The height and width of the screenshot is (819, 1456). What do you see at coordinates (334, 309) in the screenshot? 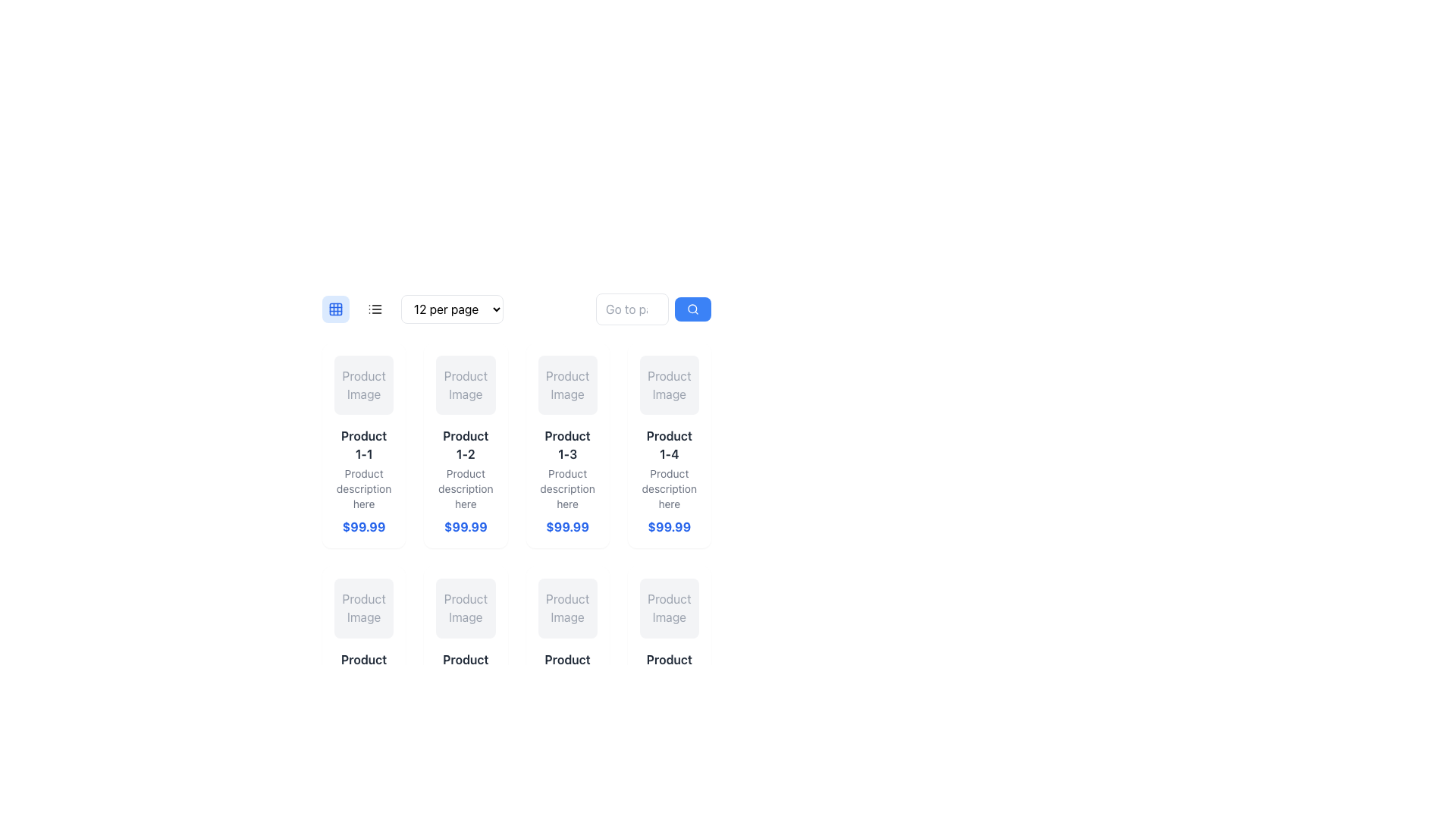
I see `the grid layout icon, which is an SVG-based icon located in the toolbar near the top-left corner, adjacent to the list icon, to toggle or display the grid layout` at bounding box center [334, 309].